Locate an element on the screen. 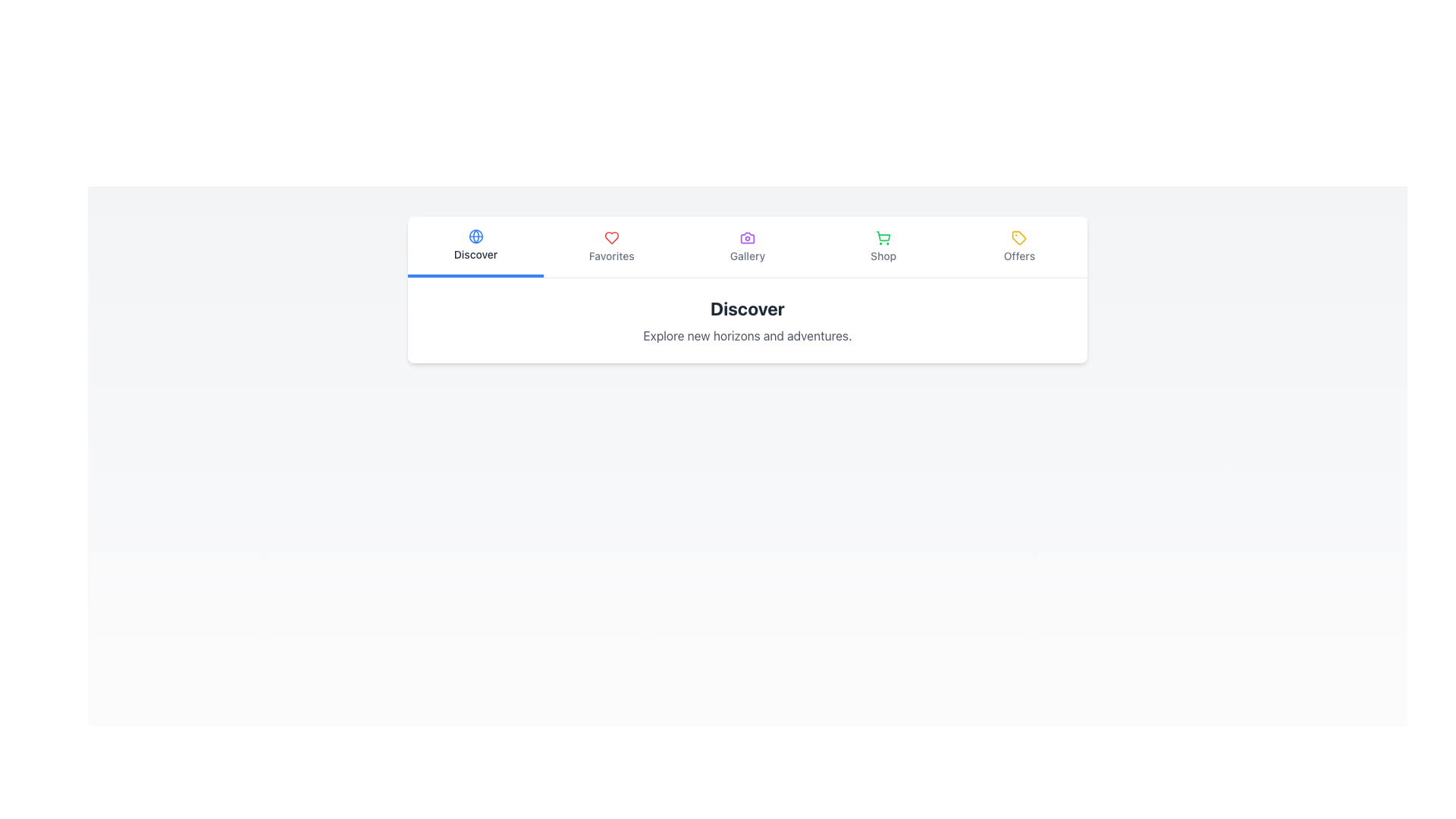  the navigation button for 'Gallery', which is centrally located among the navigation options at the top of the interface, specifically the third item from the left is located at coordinates (747, 246).